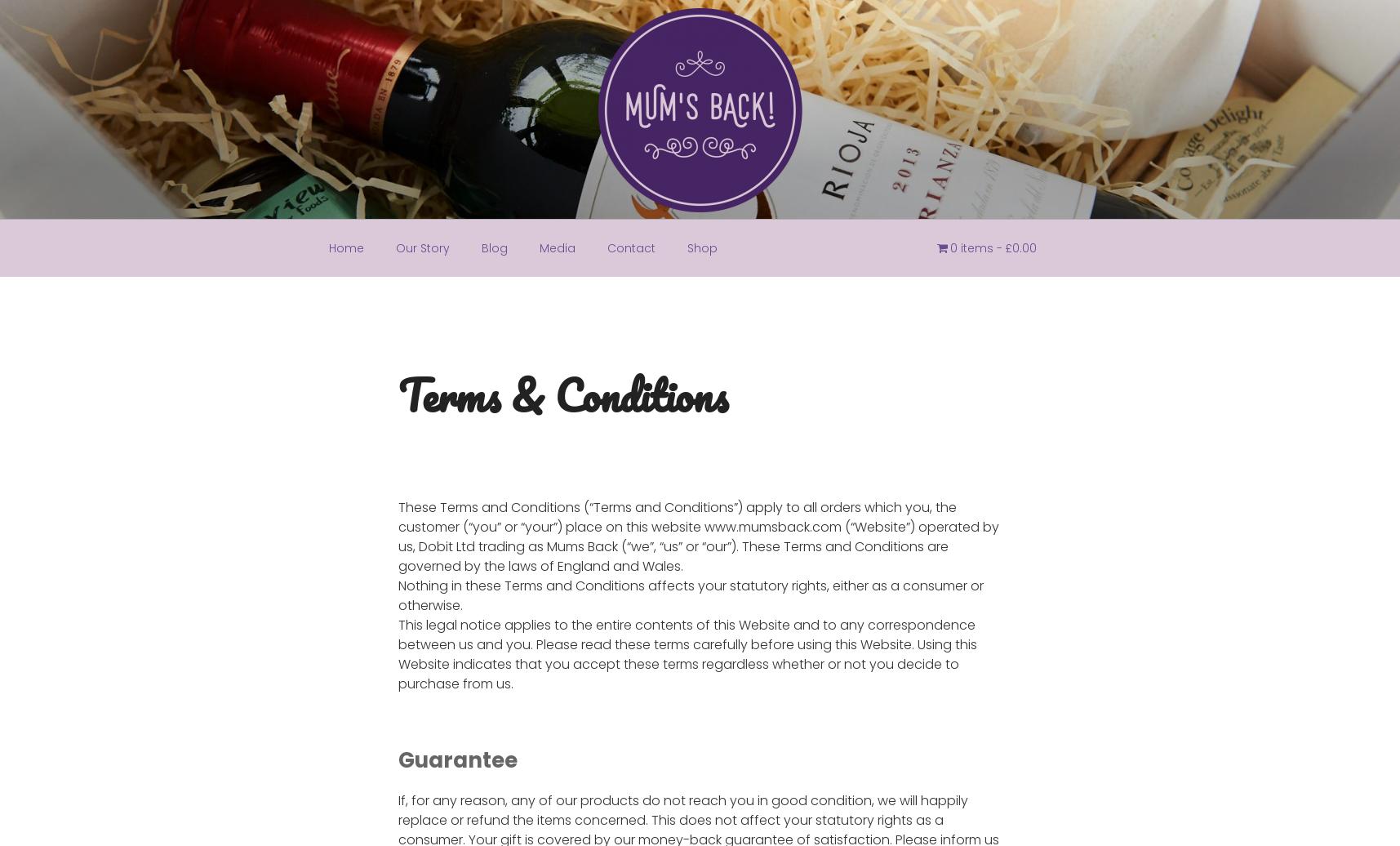  Describe the element at coordinates (421, 247) in the screenshot. I see `'Our Story'` at that location.